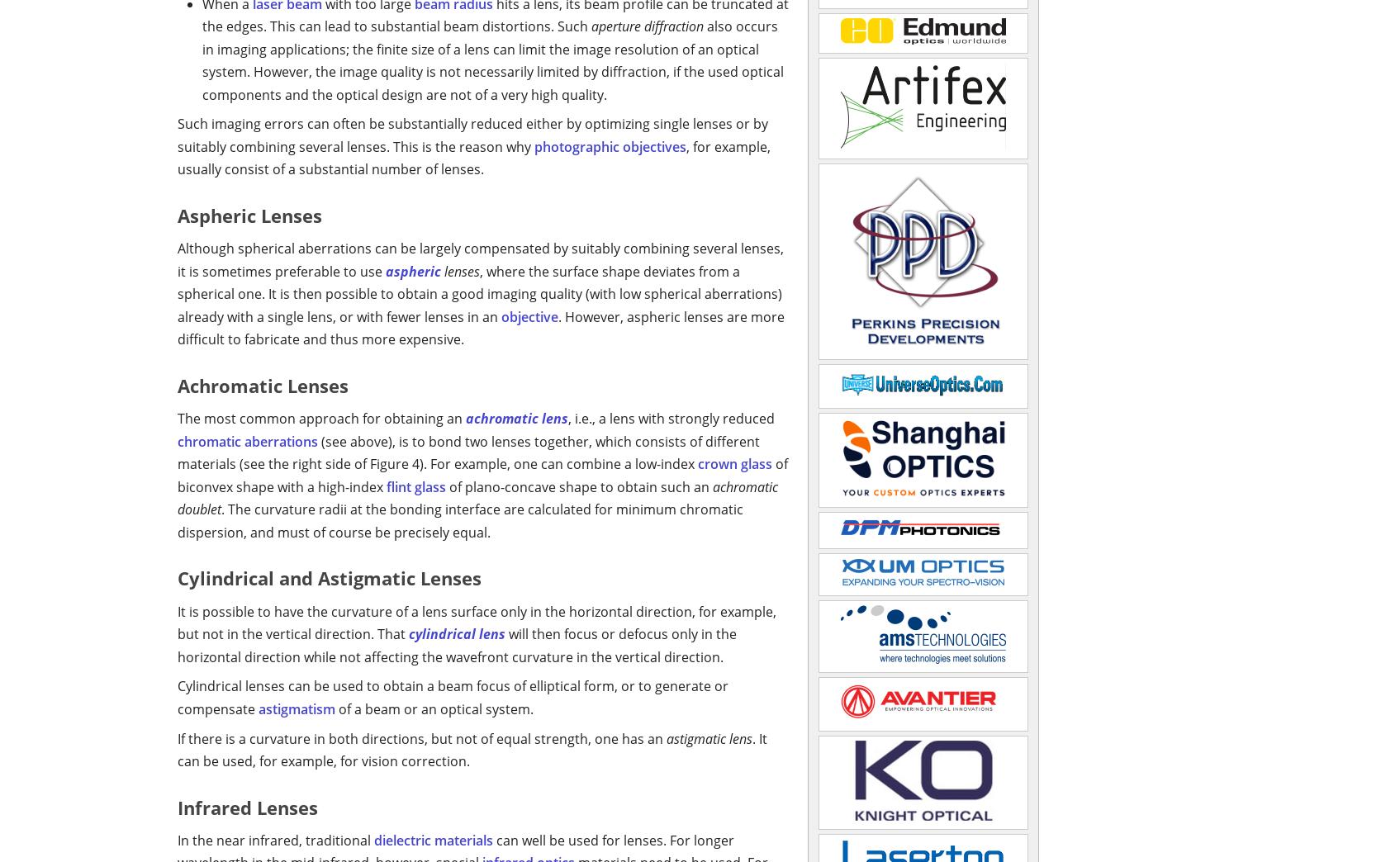  Describe the element at coordinates (263, 385) in the screenshot. I see `'Achromatic Lenses'` at that location.